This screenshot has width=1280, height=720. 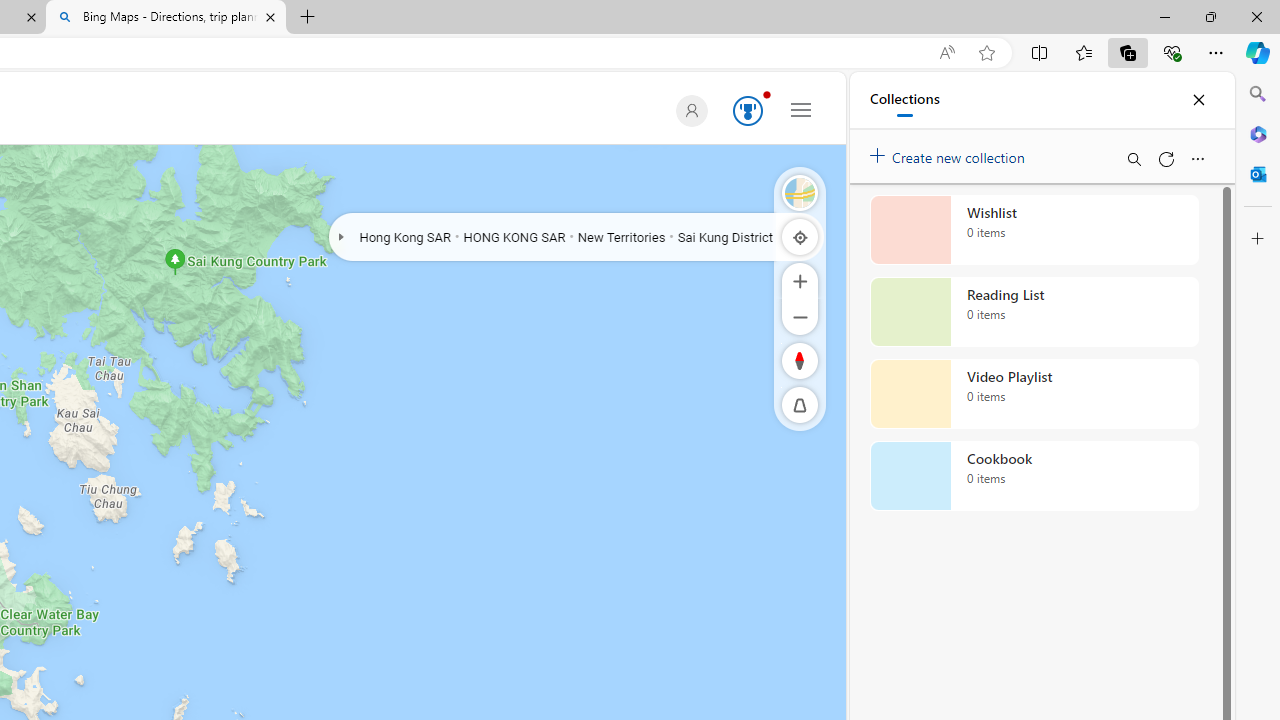 I want to click on 'Bird', so click(x=800, y=192).